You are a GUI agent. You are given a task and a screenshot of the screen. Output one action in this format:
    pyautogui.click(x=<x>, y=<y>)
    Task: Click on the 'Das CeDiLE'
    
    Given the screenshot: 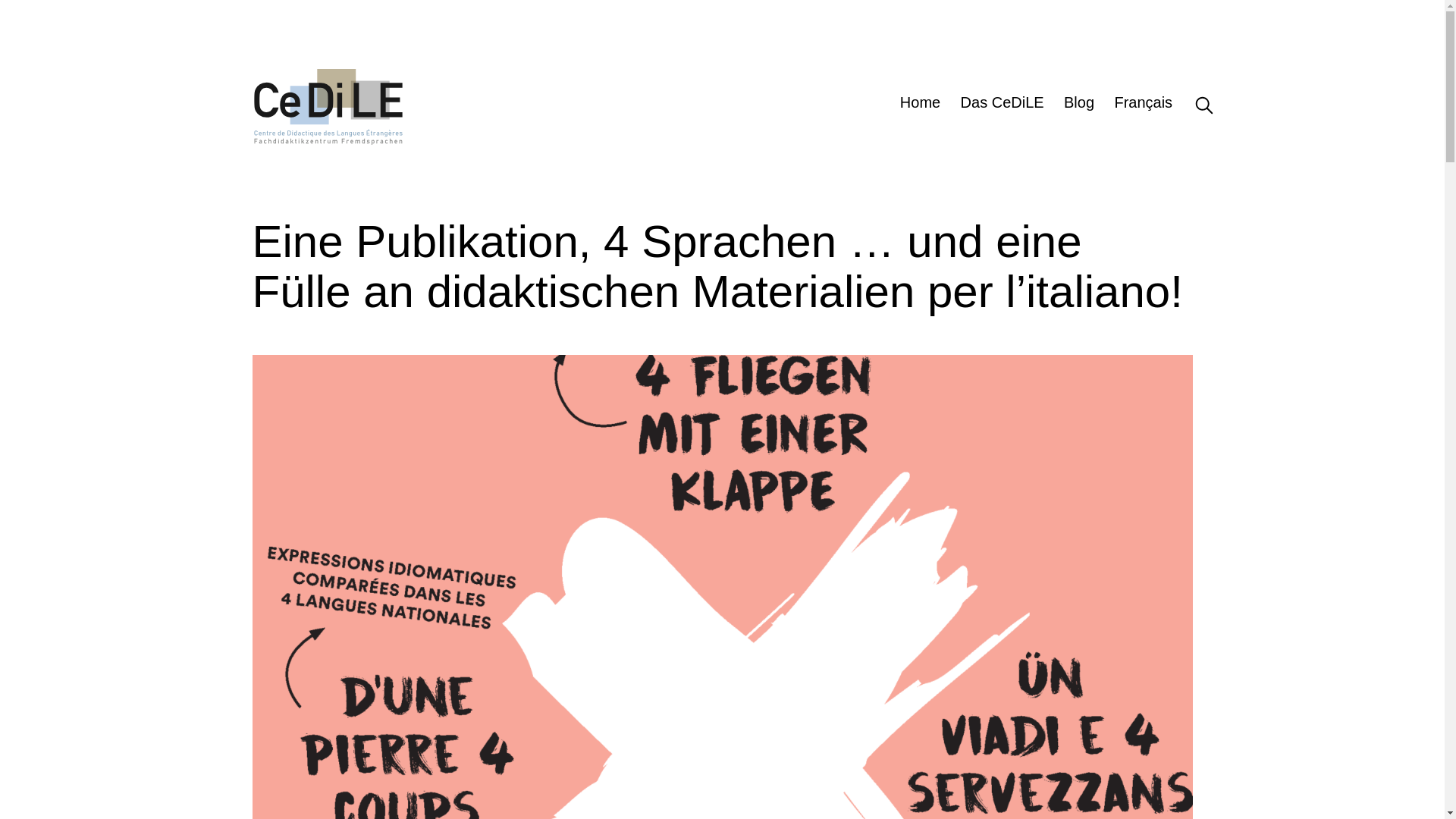 What is the action you would take?
    pyautogui.click(x=1001, y=104)
    